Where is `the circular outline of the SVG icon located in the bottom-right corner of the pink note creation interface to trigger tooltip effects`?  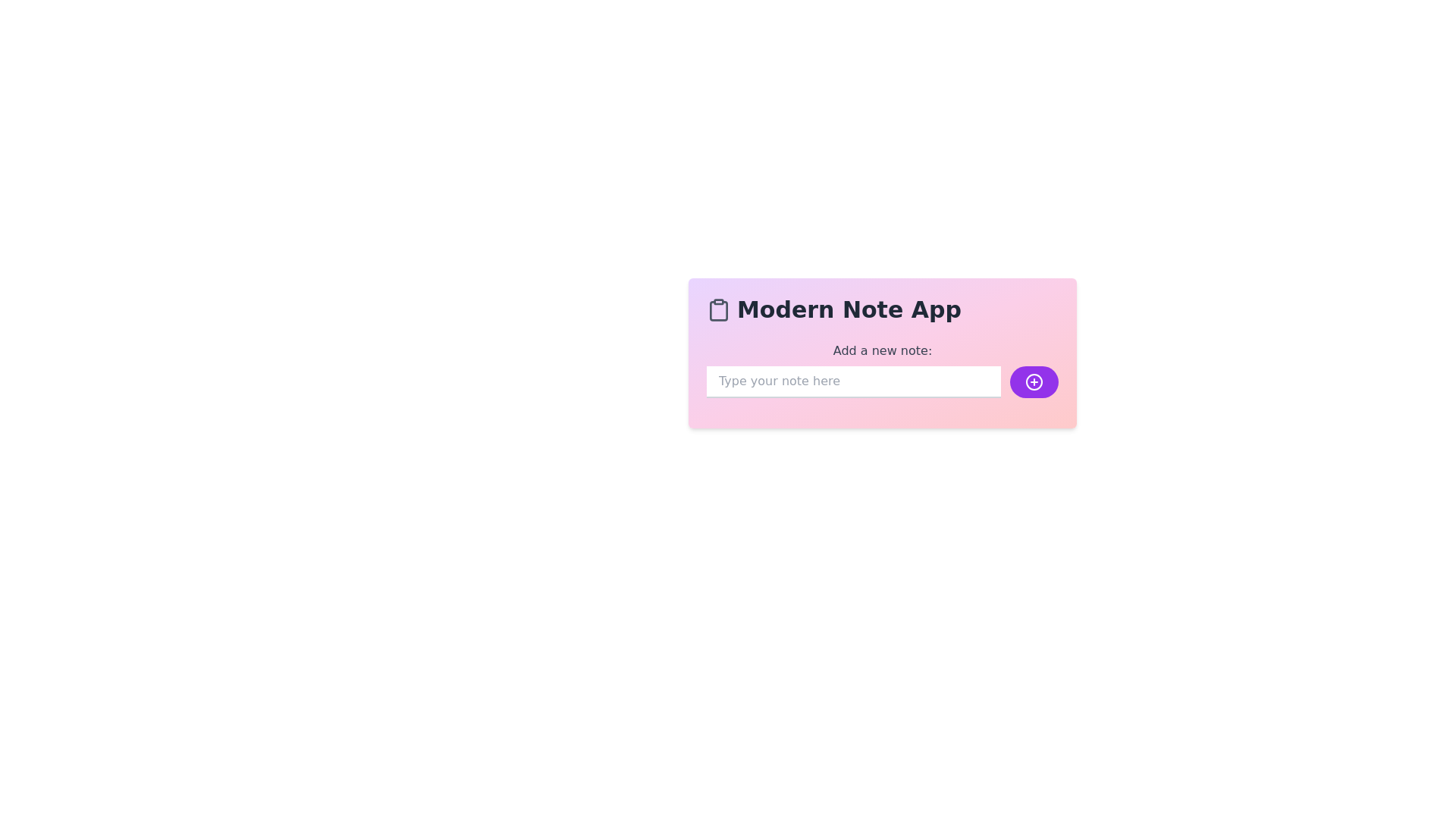 the circular outline of the SVG icon located in the bottom-right corner of the pink note creation interface to trigger tooltip effects is located at coordinates (1033, 381).